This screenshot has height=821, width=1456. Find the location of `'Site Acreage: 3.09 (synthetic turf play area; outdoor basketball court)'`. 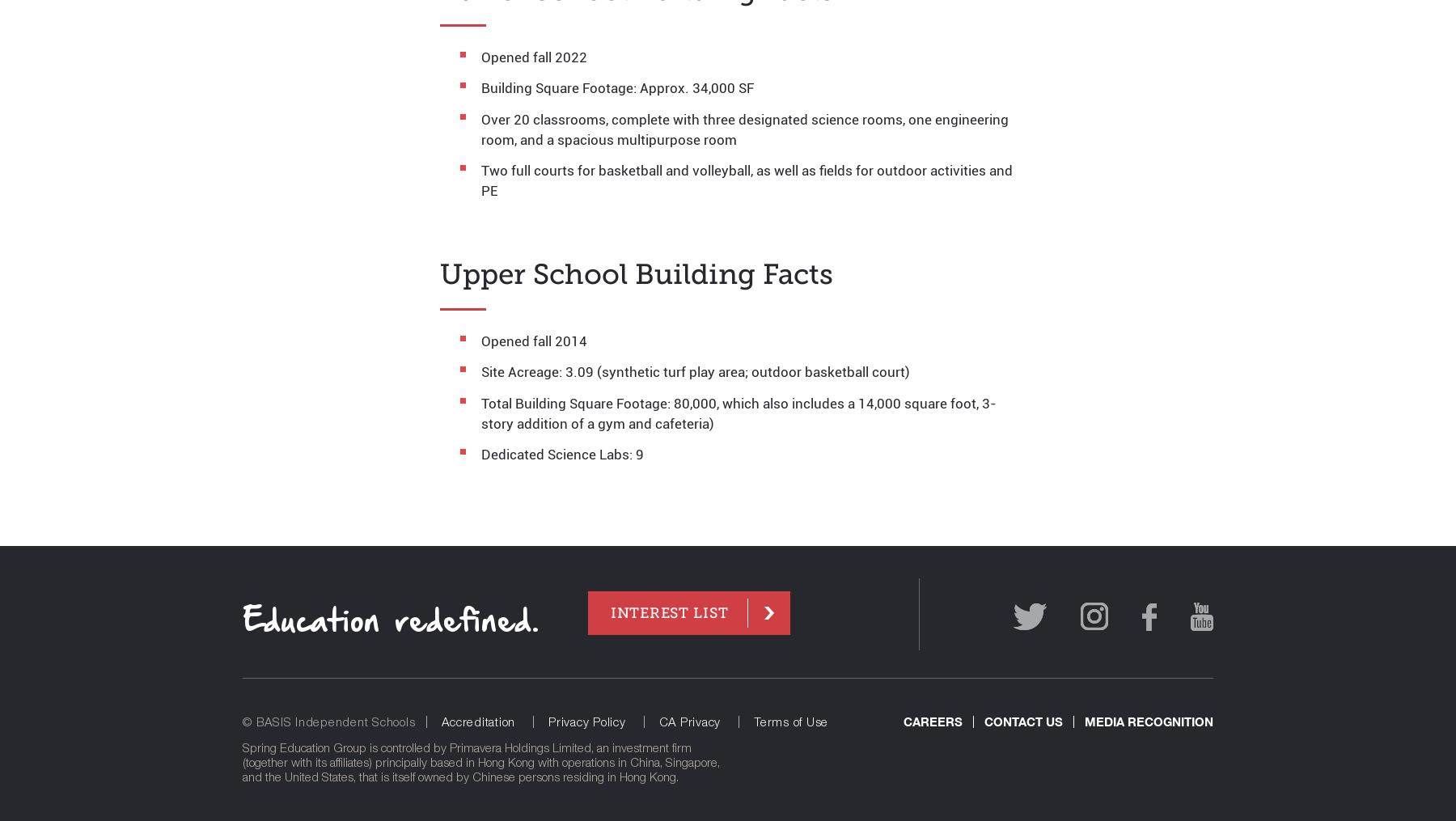

'Site Acreage: 3.09 (synthetic turf play area; outdoor basketball court)' is located at coordinates (696, 370).